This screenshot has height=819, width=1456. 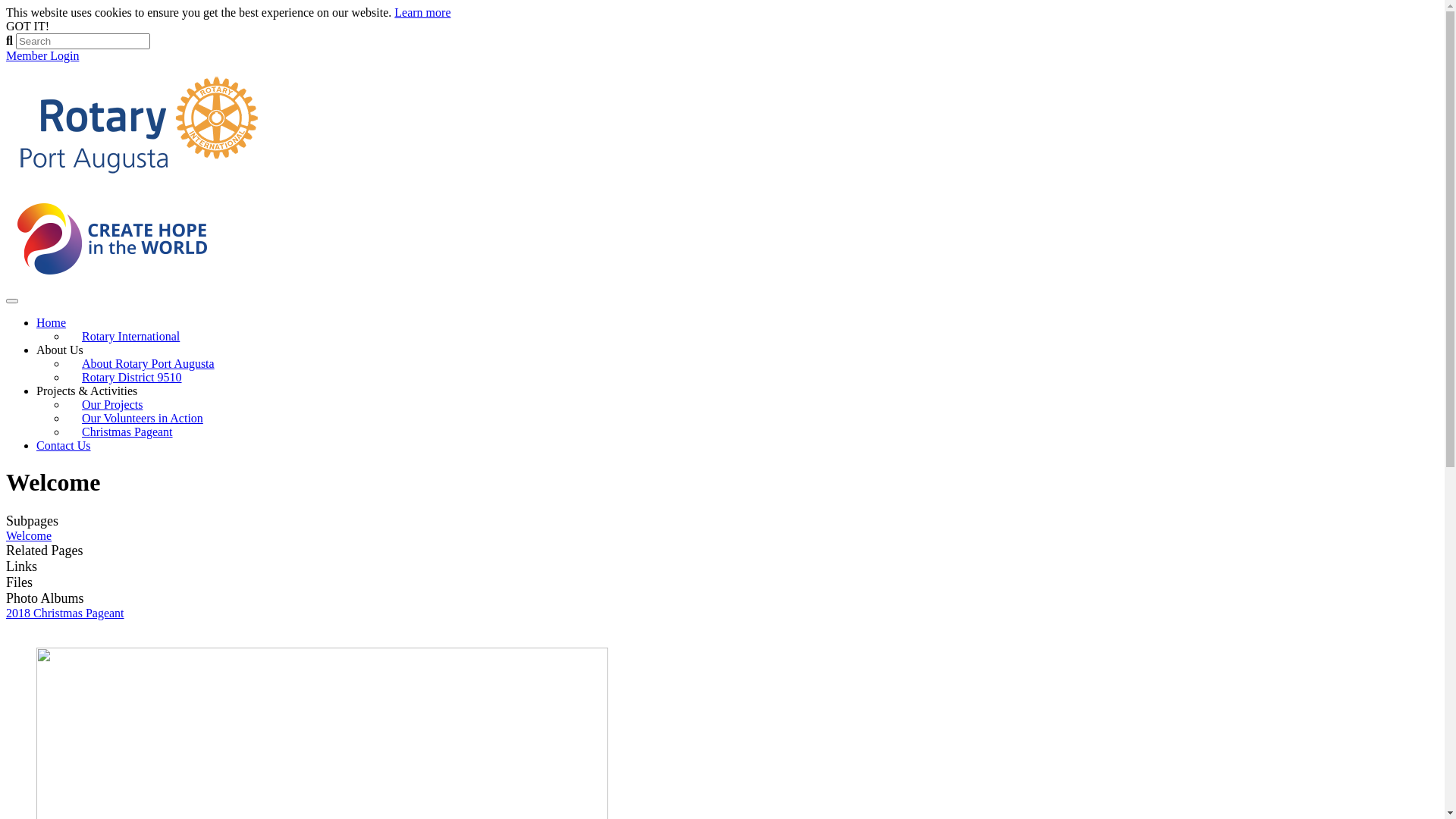 What do you see at coordinates (86, 390) in the screenshot?
I see `'Projects & Activities'` at bounding box center [86, 390].